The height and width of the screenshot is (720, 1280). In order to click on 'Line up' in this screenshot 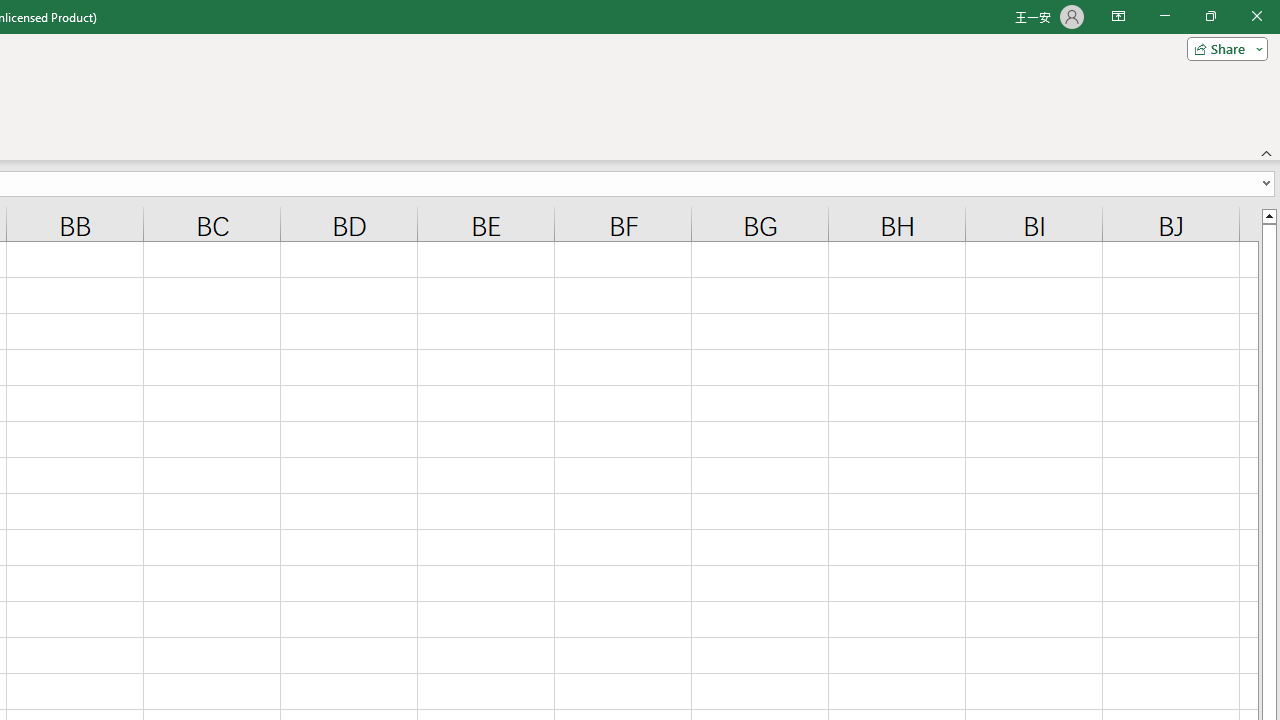, I will do `click(1268, 215)`.